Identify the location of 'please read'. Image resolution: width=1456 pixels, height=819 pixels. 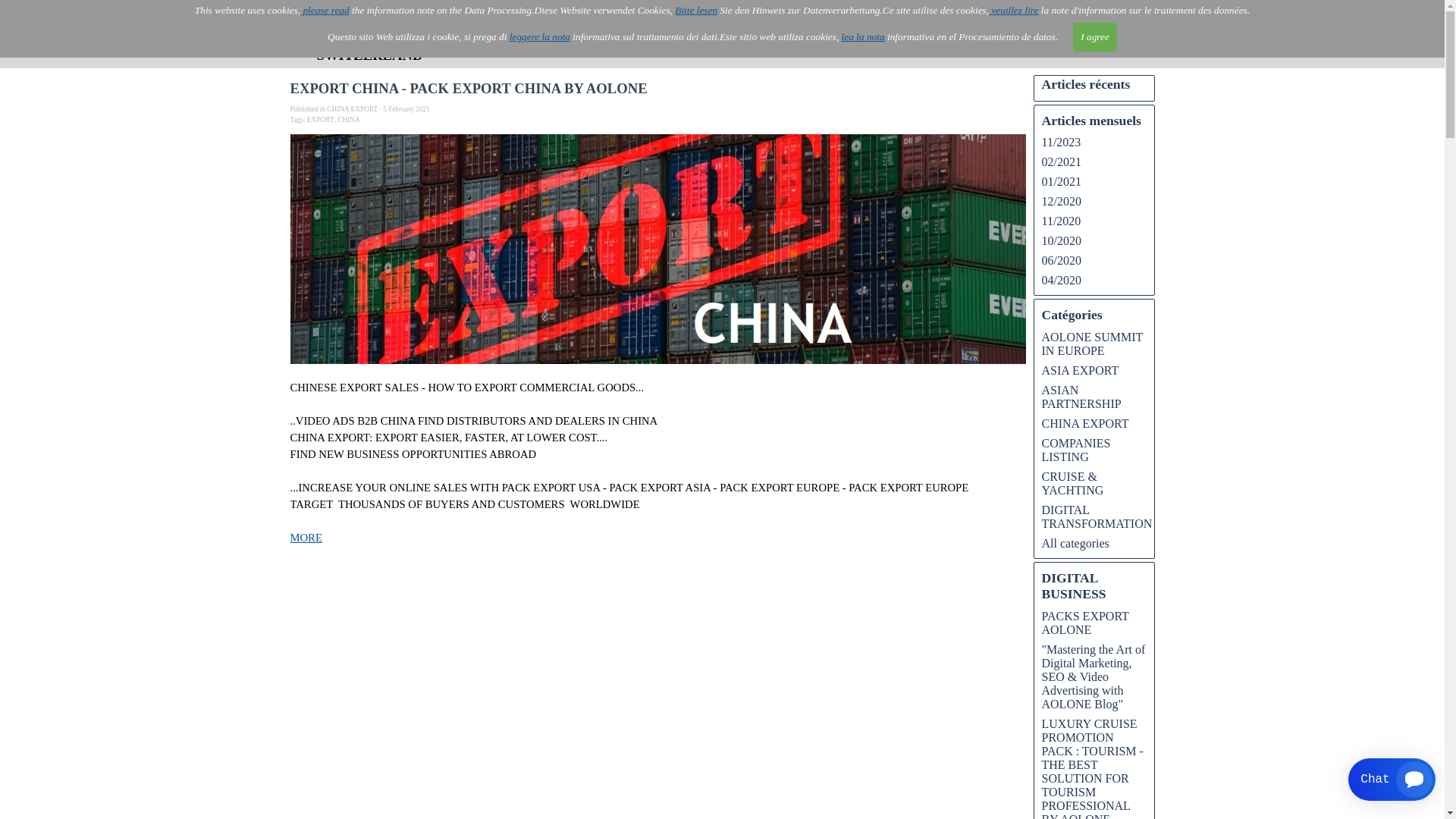
(324, 10).